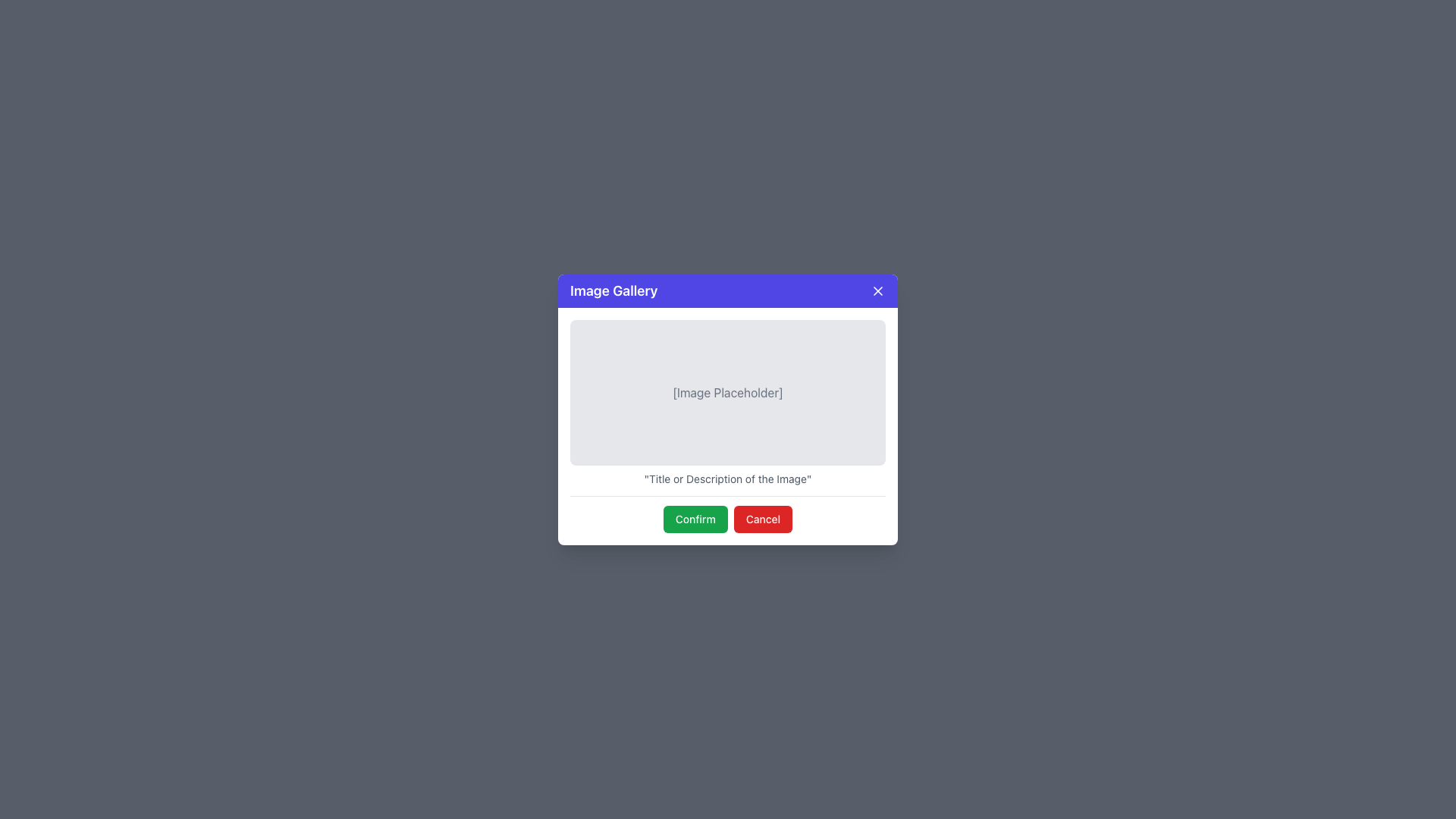 Image resolution: width=1456 pixels, height=819 pixels. What do you see at coordinates (763, 518) in the screenshot?
I see `the 'Cancel' button with a red background and white text at the bottom right corner of the 'Image Gallery' modal` at bounding box center [763, 518].